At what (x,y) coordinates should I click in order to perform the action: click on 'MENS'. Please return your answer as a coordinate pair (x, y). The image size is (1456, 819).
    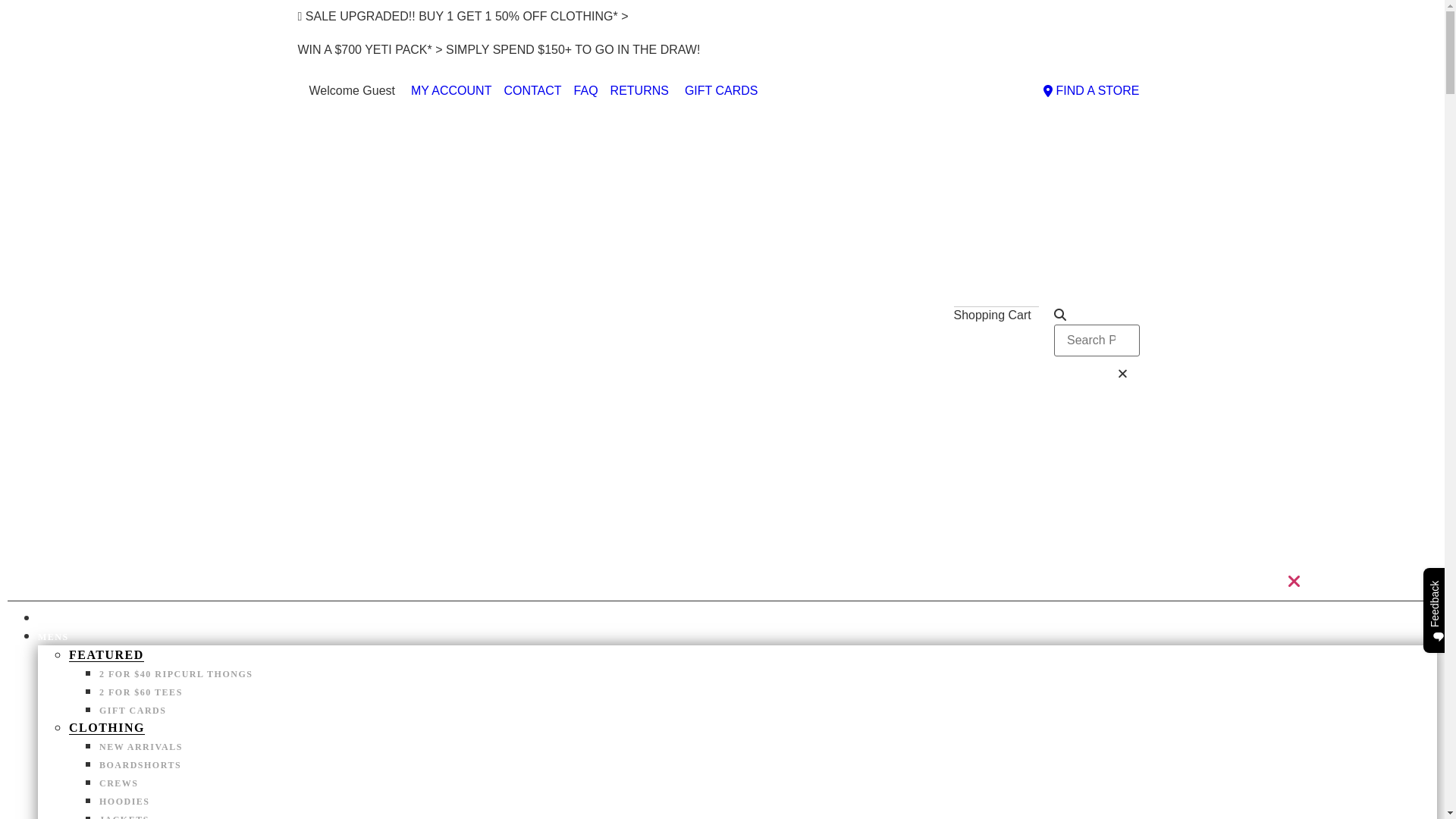
    Looking at the image, I should click on (37, 637).